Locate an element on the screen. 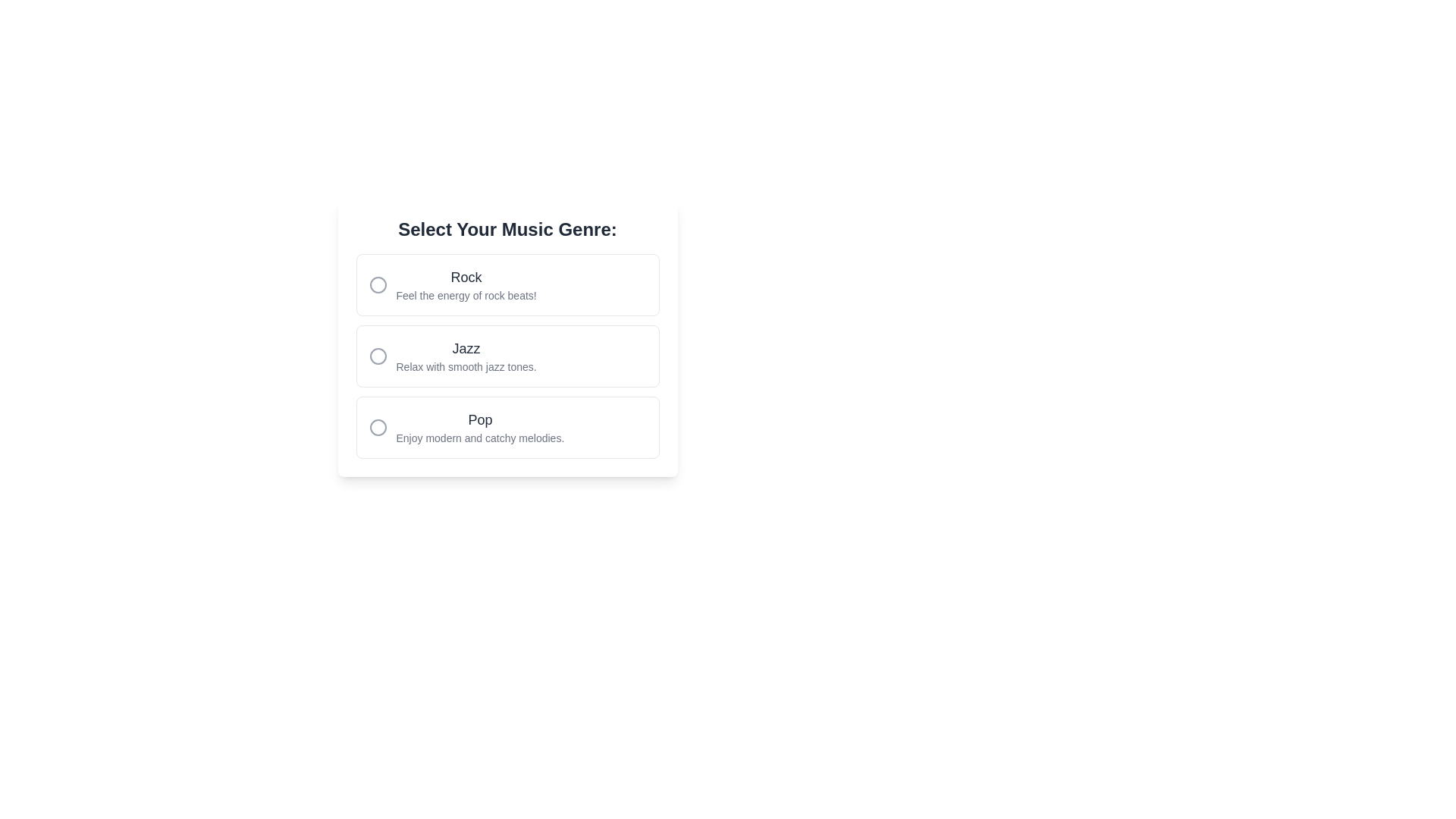 The width and height of the screenshot is (1456, 819). the text label for the 'Jazz' music genre option, which is located in the middle section of the list under 'Select Your Music Genre' is located at coordinates (466, 348).